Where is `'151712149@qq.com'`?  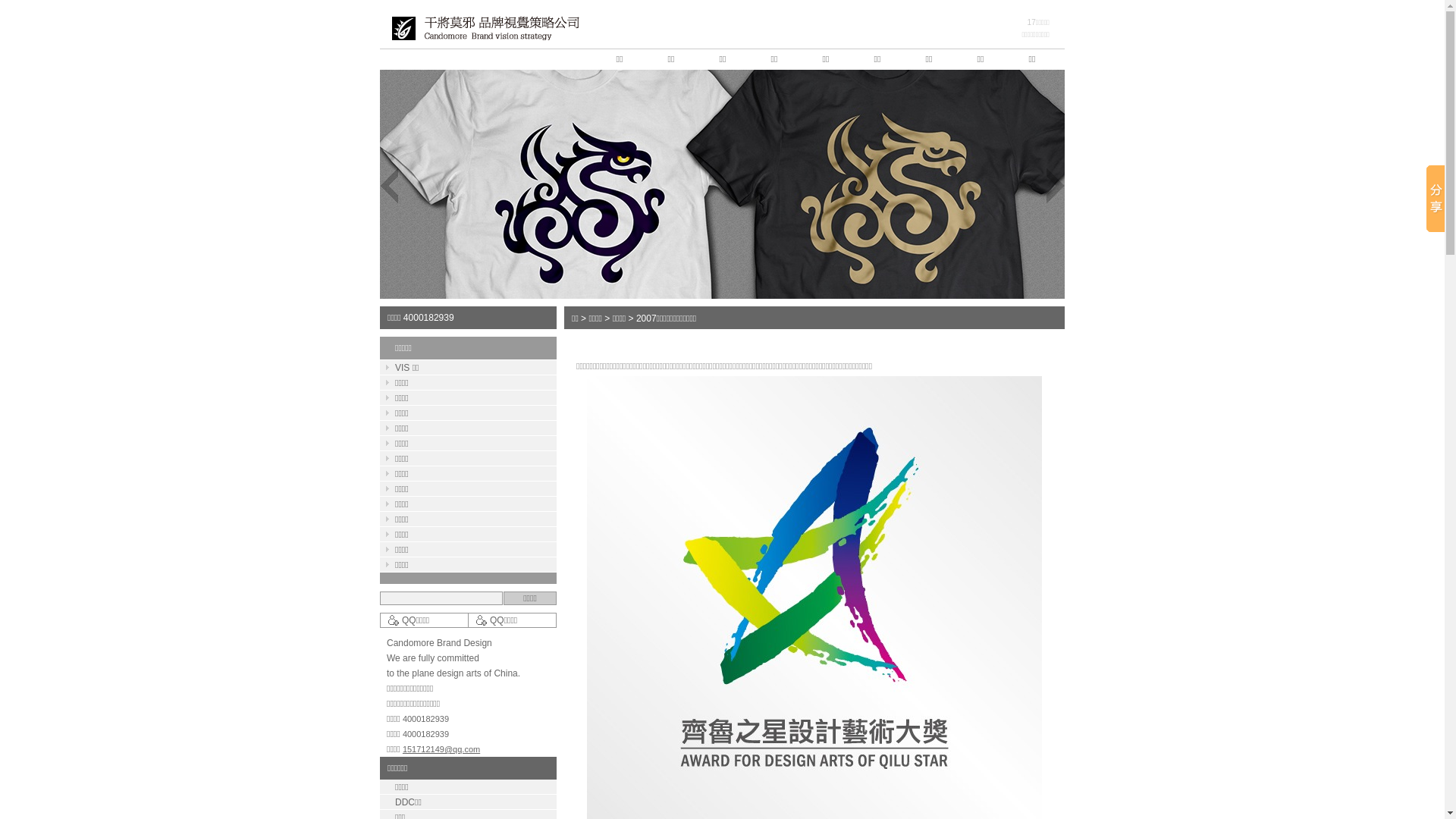
'151712149@qq.com' is located at coordinates (403, 748).